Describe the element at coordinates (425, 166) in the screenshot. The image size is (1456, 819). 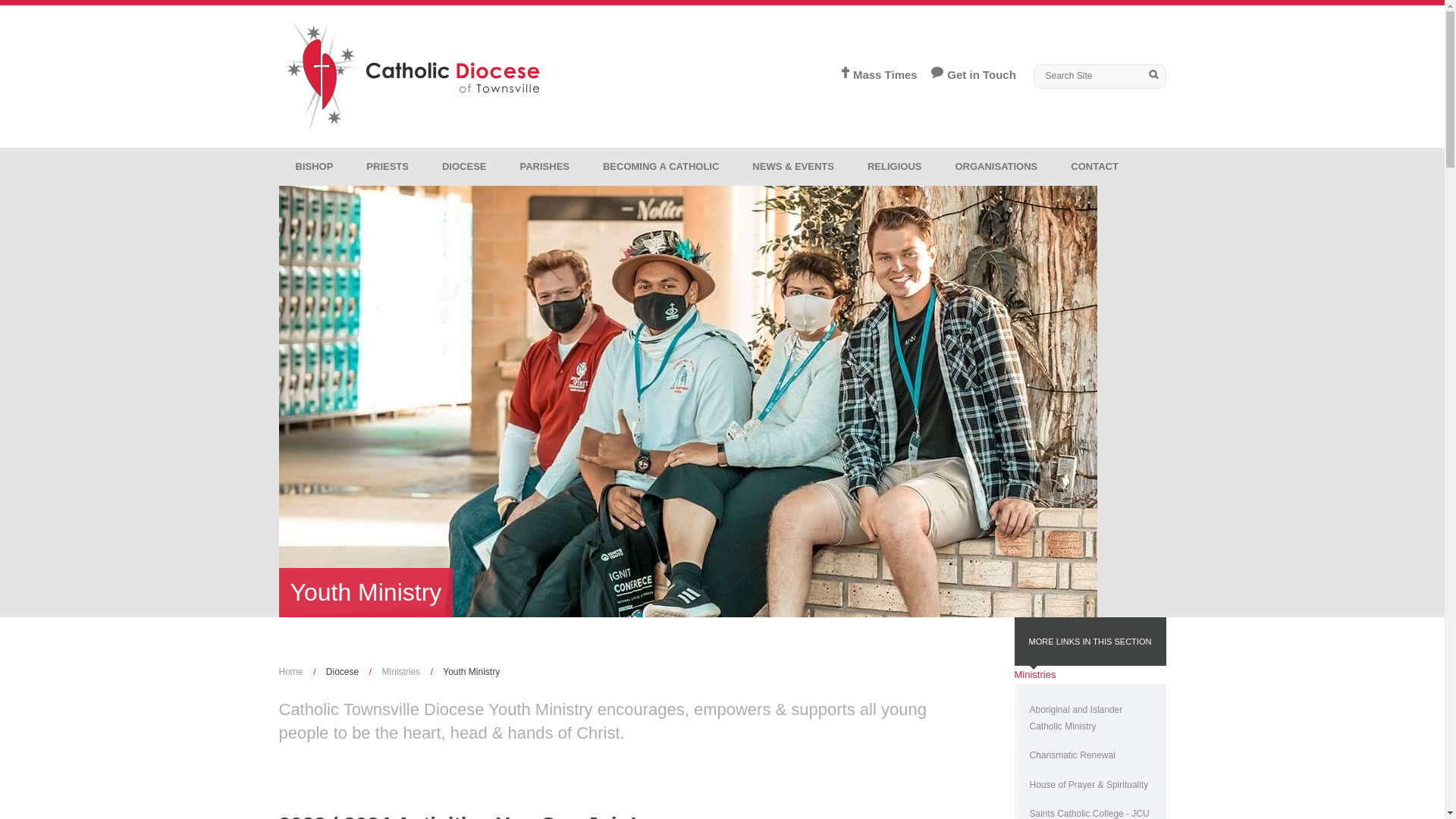
I see `'DIOCESE'` at that location.